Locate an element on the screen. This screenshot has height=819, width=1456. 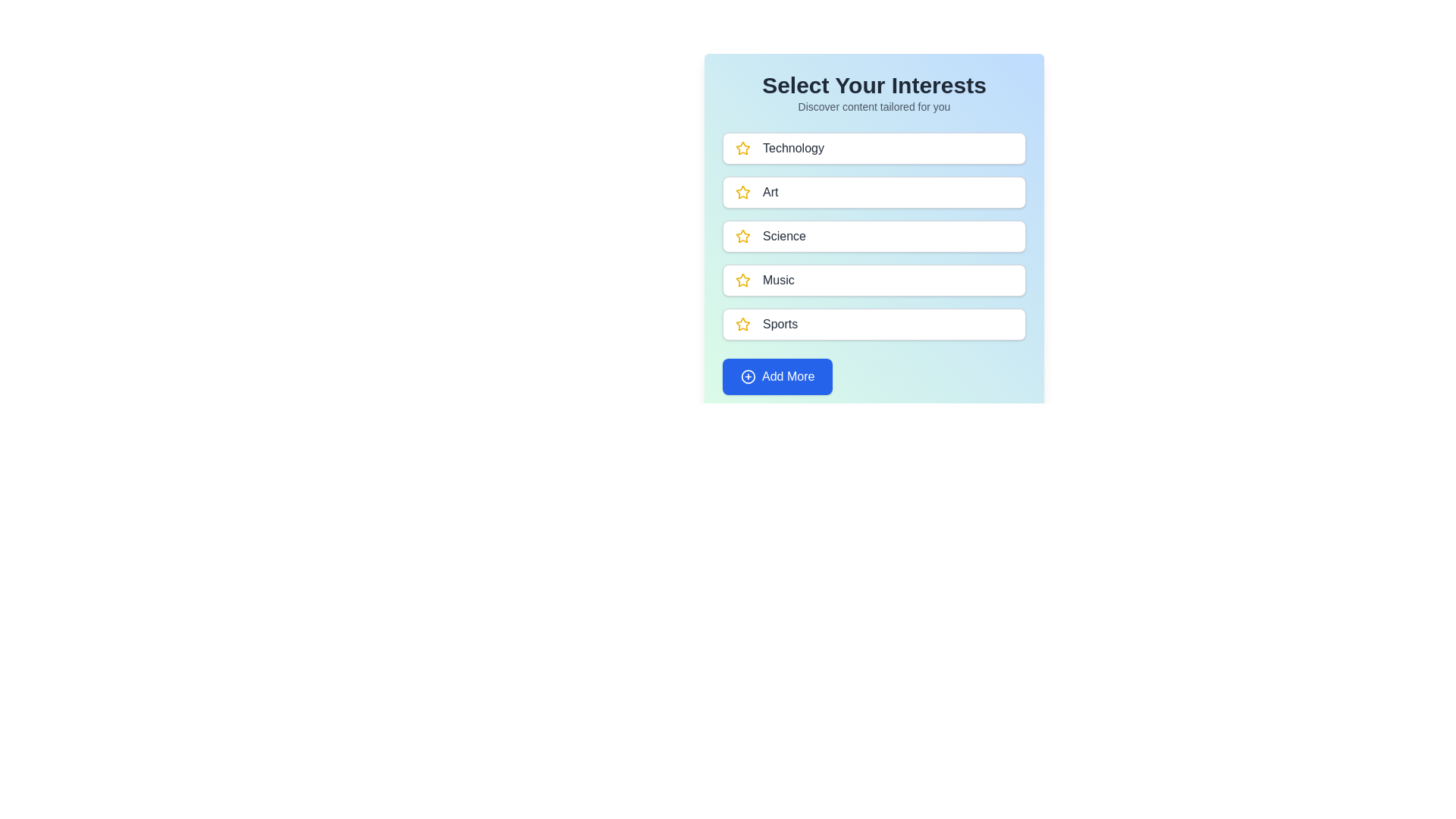
the button corresponding to Music to select the interest is located at coordinates (874, 281).